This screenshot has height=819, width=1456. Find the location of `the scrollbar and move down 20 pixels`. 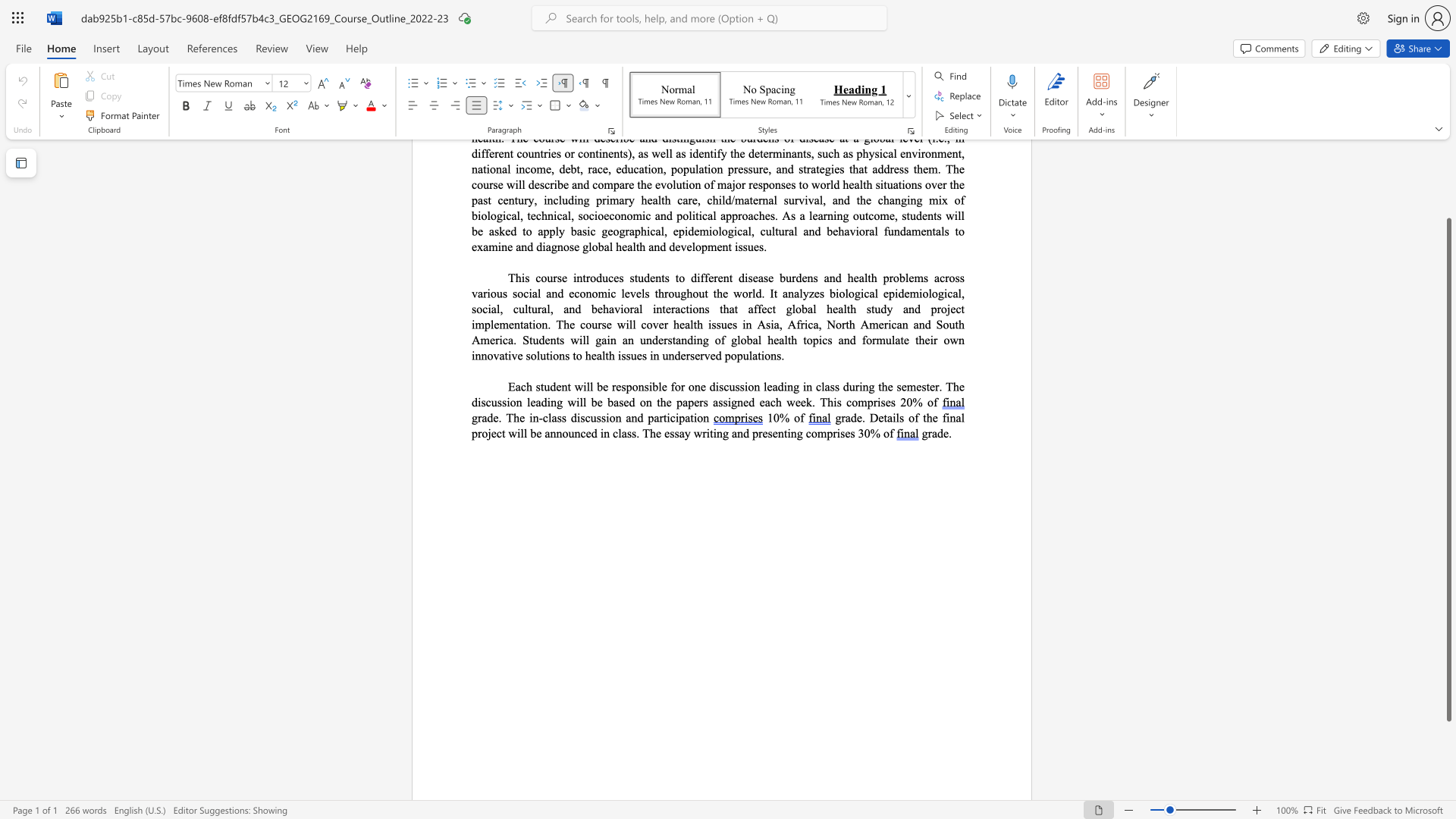

the scrollbar and move down 20 pixels is located at coordinates (1448, 469).